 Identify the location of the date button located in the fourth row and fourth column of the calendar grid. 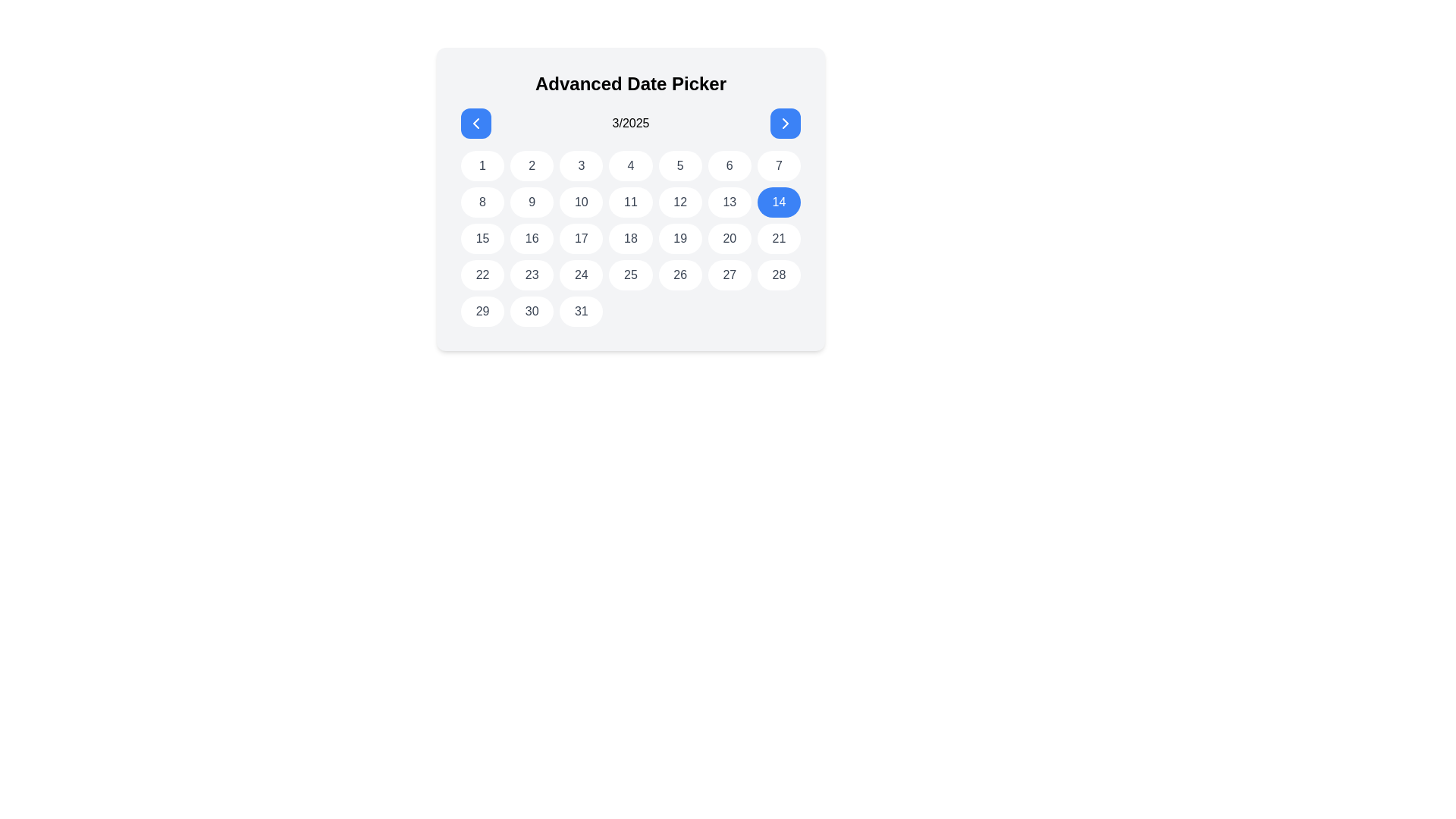
(630, 275).